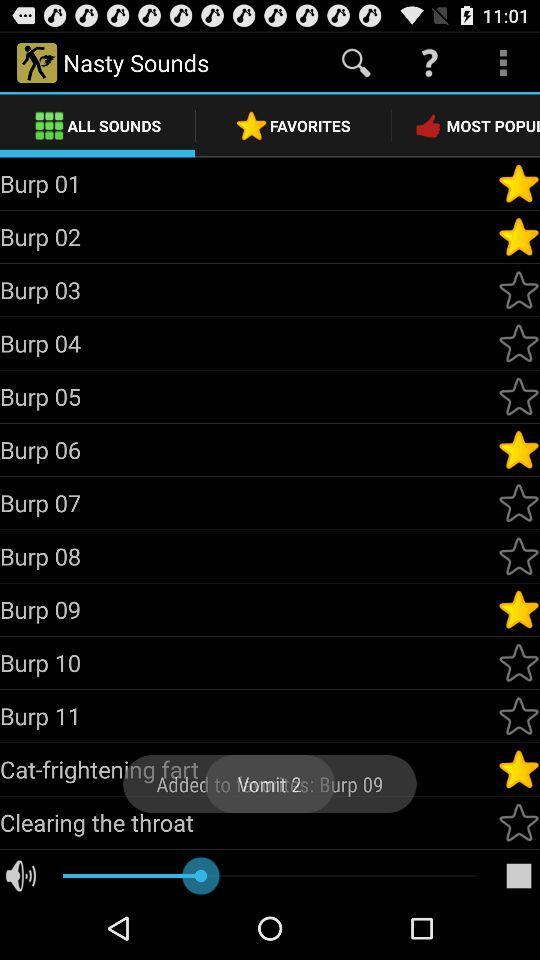 This screenshot has height=960, width=540. Describe the element at coordinates (518, 502) in the screenshot. I see `as favorite` at that location.